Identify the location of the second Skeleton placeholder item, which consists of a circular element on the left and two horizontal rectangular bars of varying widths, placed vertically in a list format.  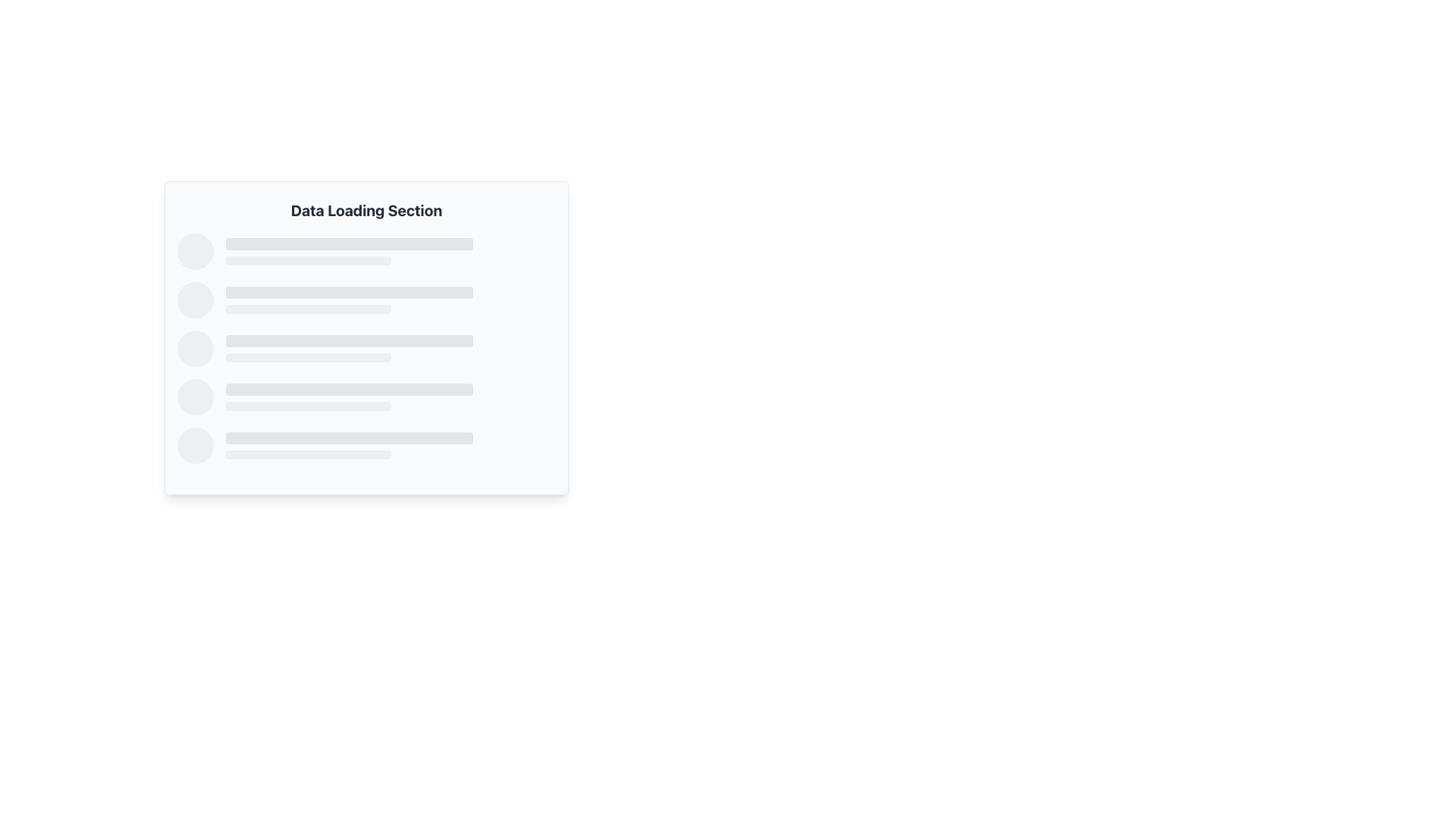
(366, 300).